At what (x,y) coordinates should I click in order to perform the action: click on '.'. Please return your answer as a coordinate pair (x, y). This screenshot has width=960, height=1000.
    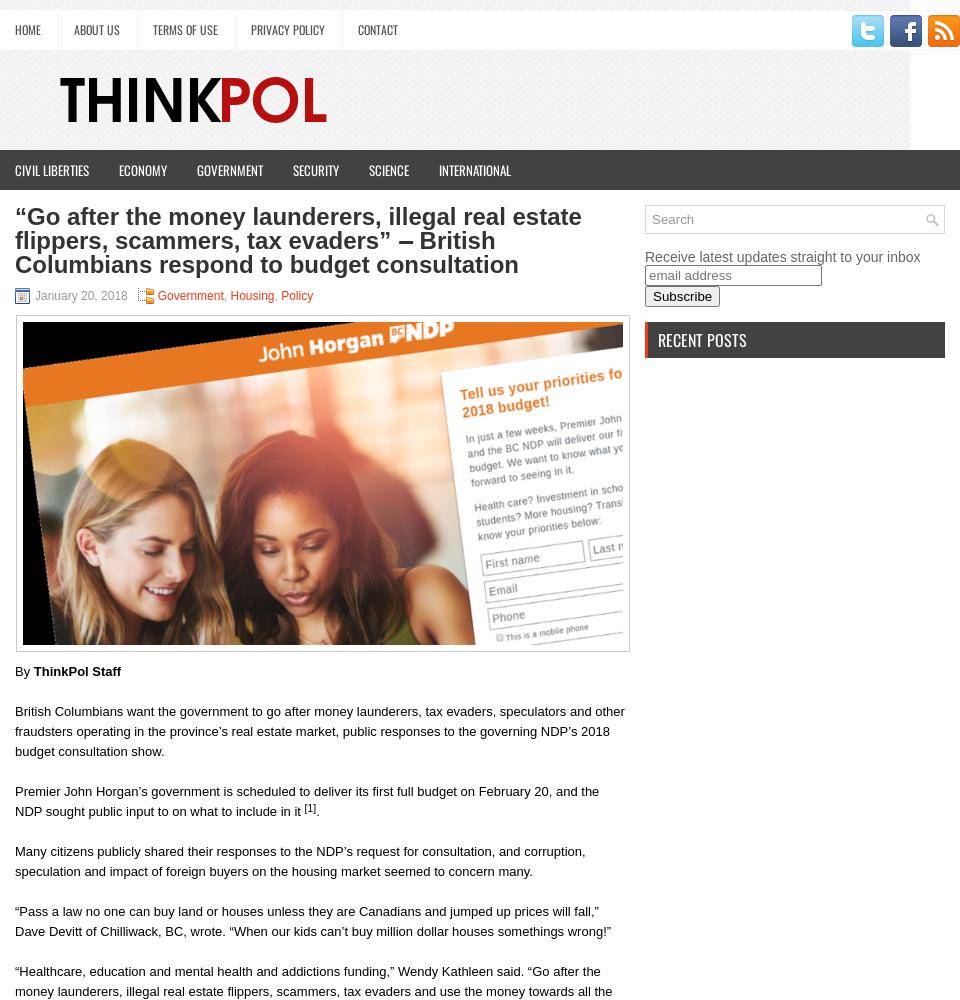
    Looking at the image, I should click on (317, 811).